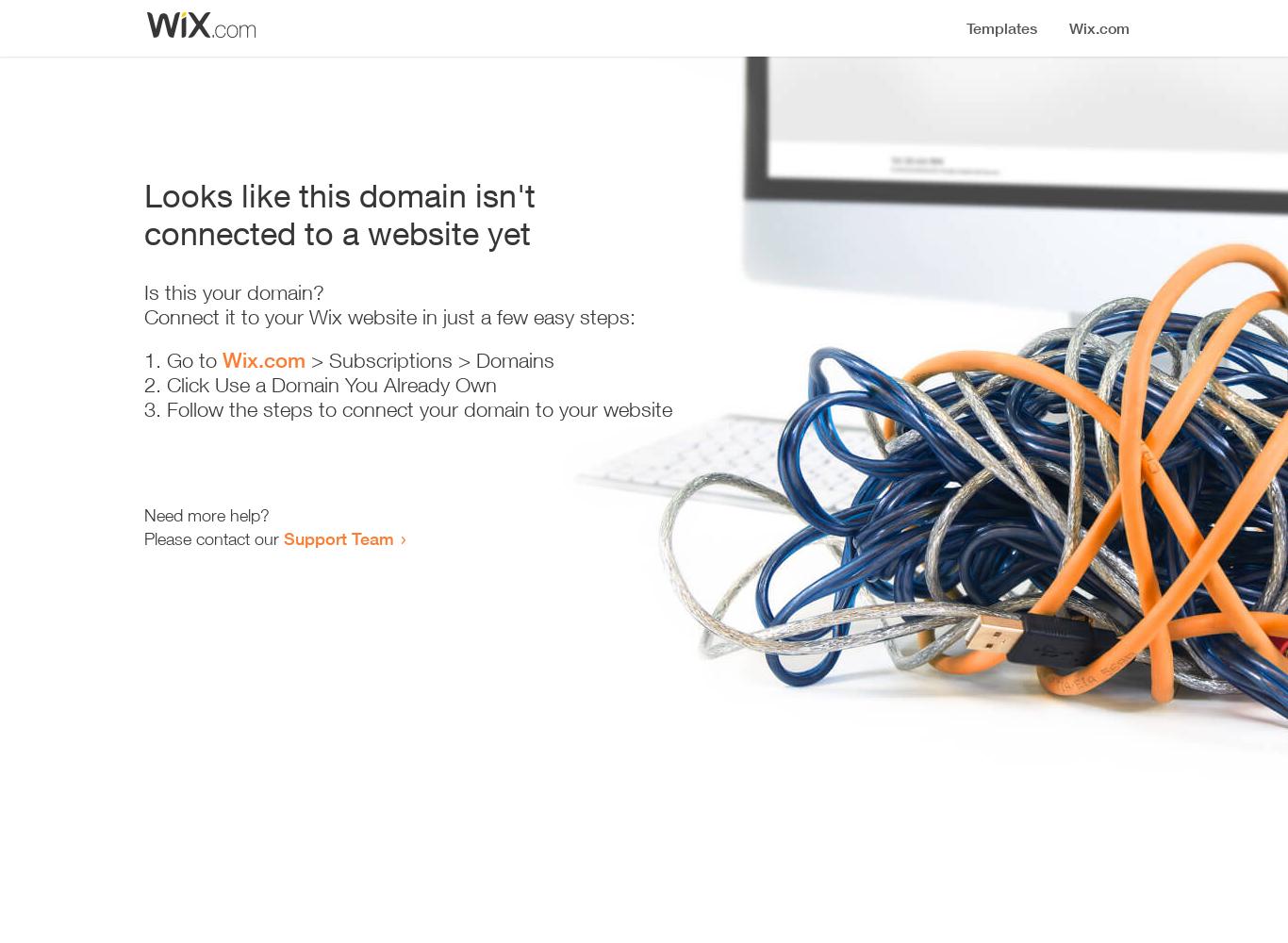  What do you see at coordinates (338, 538) in the screenshot?
I see `'Support Team'` at bounding box center [338, 538].